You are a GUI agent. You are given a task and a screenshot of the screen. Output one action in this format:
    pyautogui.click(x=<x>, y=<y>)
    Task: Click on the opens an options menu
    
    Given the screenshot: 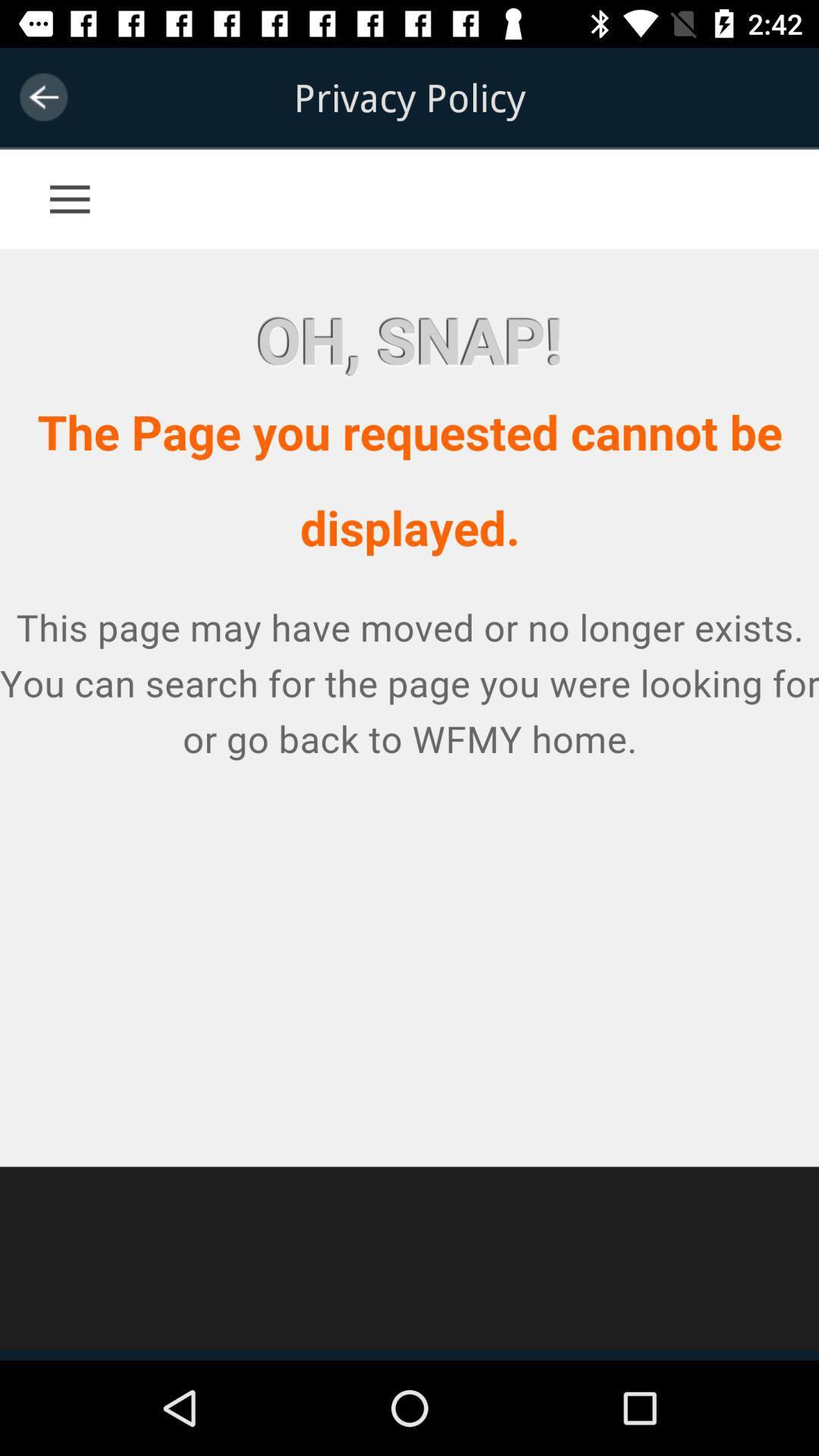 What is the action you would take?
    pyautogui.click(x=99, y=182)
    